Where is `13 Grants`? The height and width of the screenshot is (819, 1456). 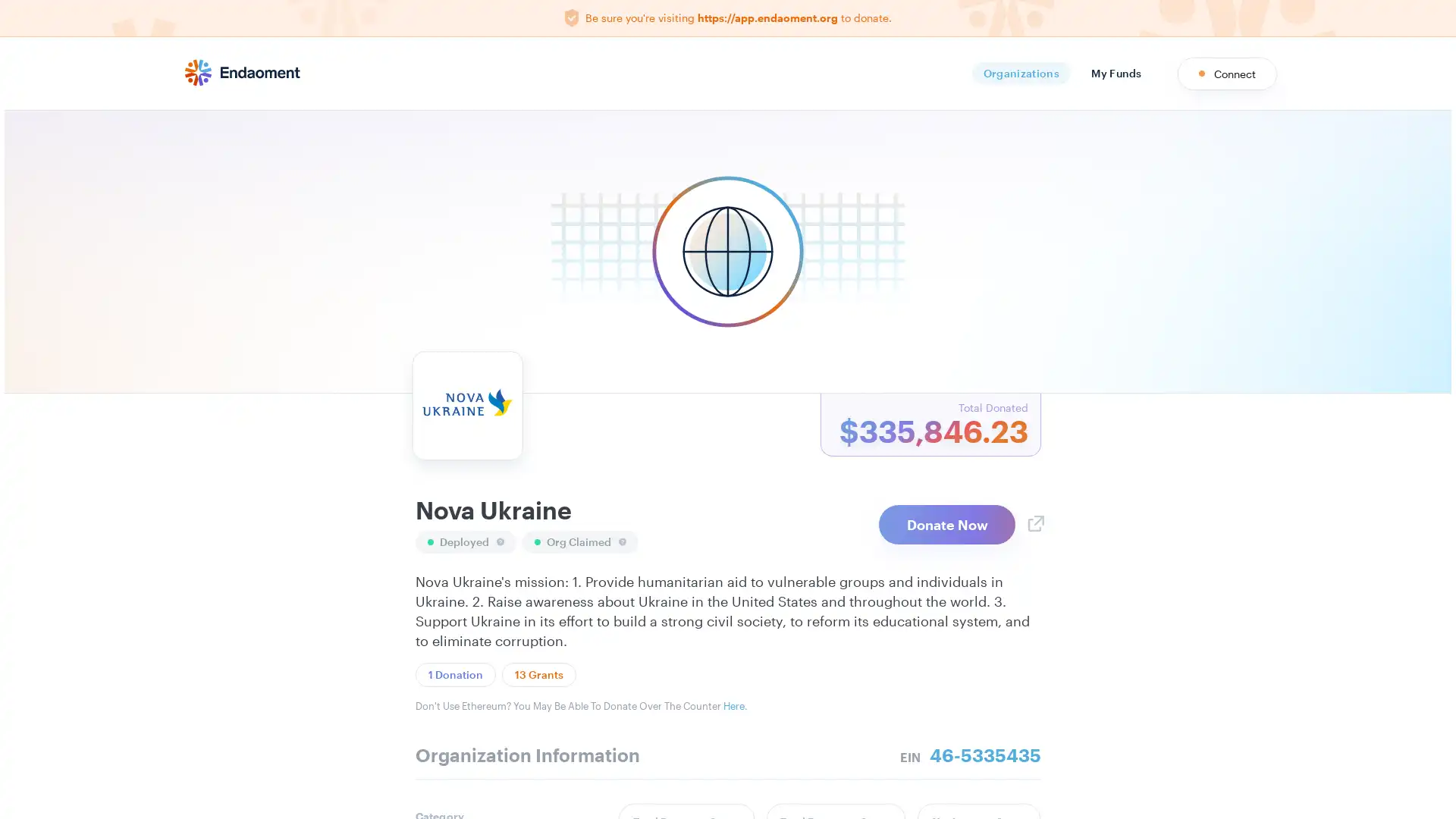
13 Grants is located at coordinates (538, 674).